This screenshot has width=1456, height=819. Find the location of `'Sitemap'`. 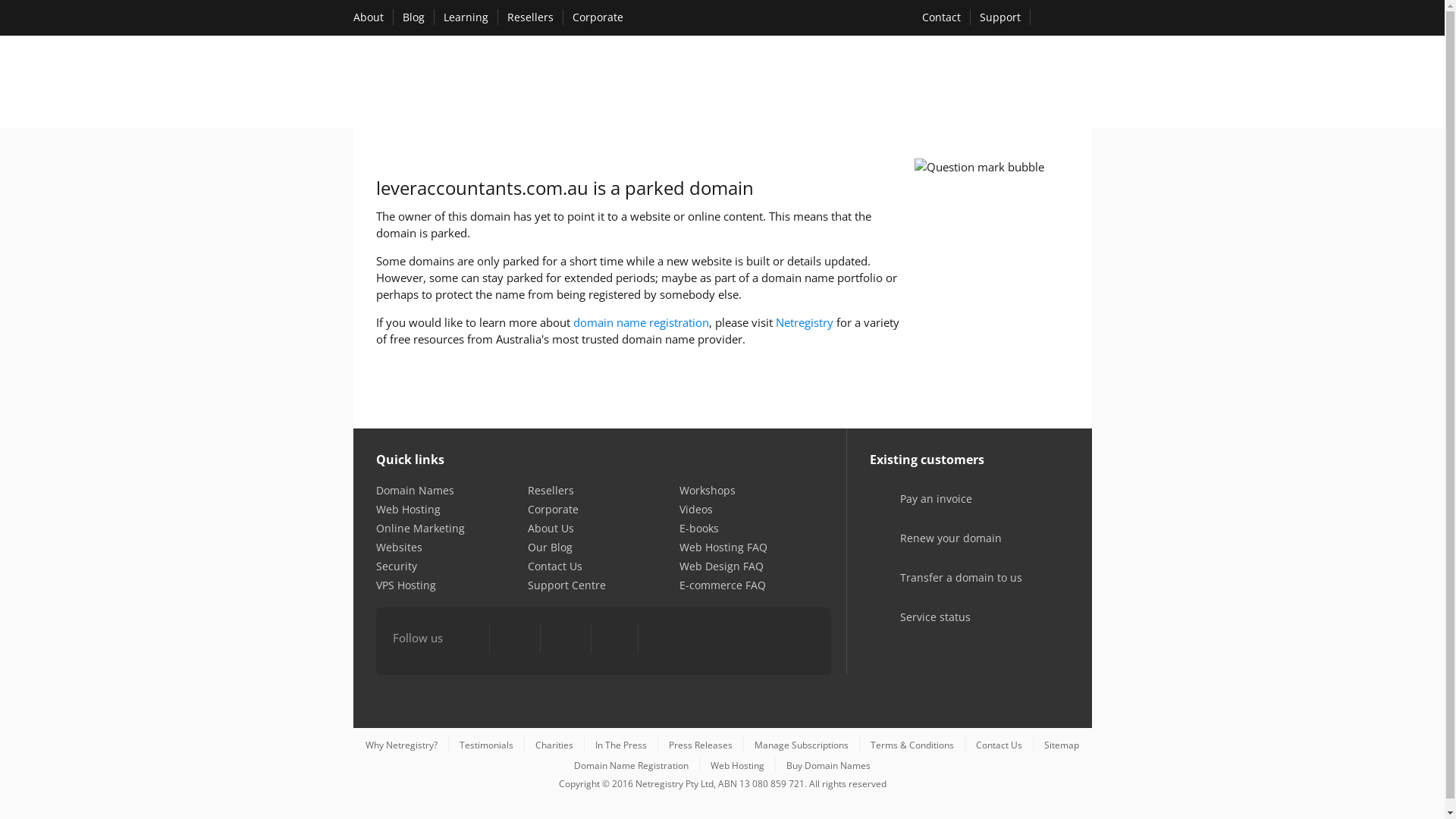

'Sitemap' is located at coordinates (1061, 744).